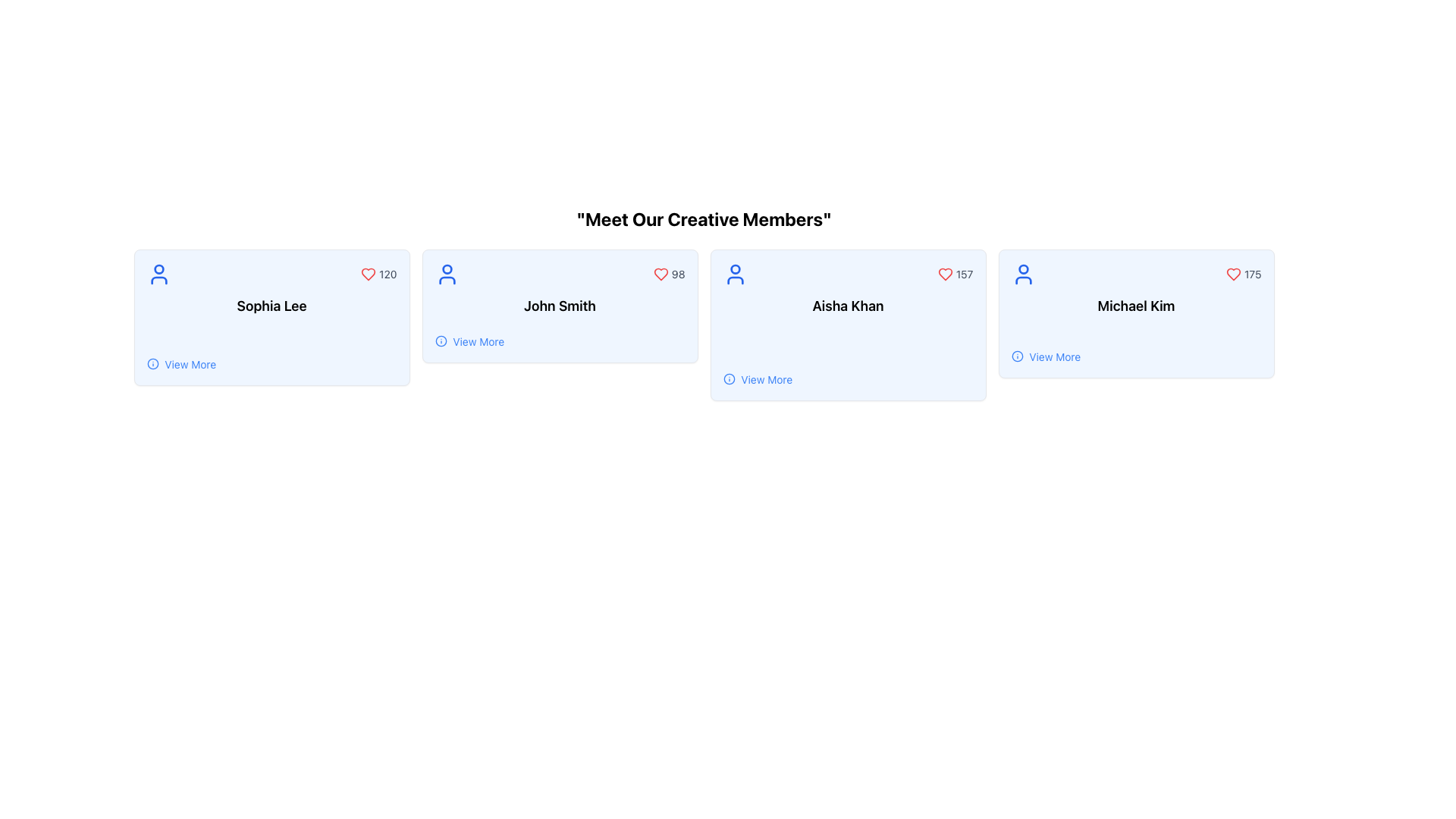 The height and width of the screenshot is (819, 1456). Describe the element at coordinates (469, 342) in the screenshot. I see `the text link located under the name 'John Smith' in the second card from the left` at that location.